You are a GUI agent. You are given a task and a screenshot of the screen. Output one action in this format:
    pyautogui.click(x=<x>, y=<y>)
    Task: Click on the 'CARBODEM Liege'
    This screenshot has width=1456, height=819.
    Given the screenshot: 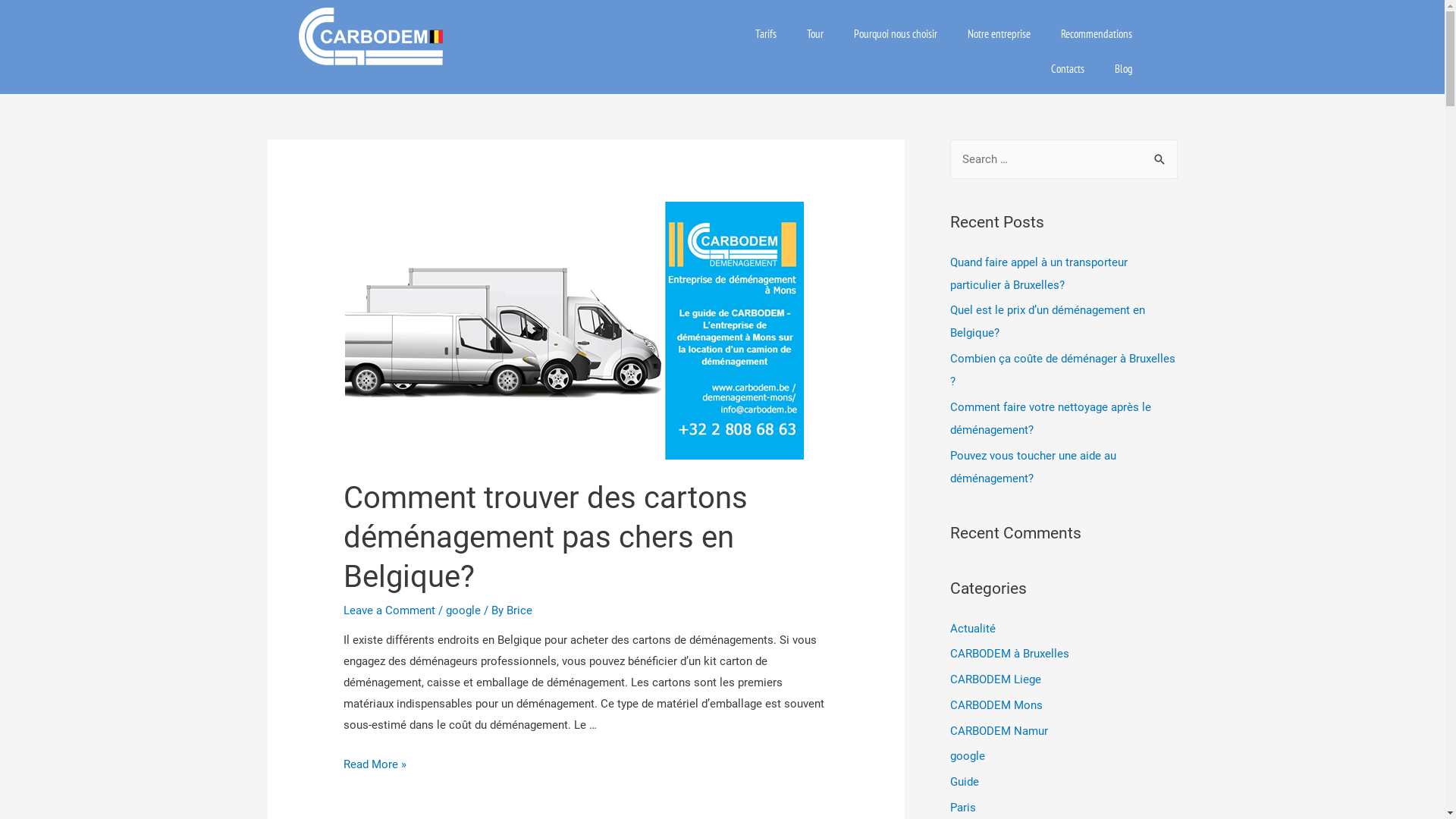 What is the action you would take?
    pyautogui.click(x=994, y=678)
    